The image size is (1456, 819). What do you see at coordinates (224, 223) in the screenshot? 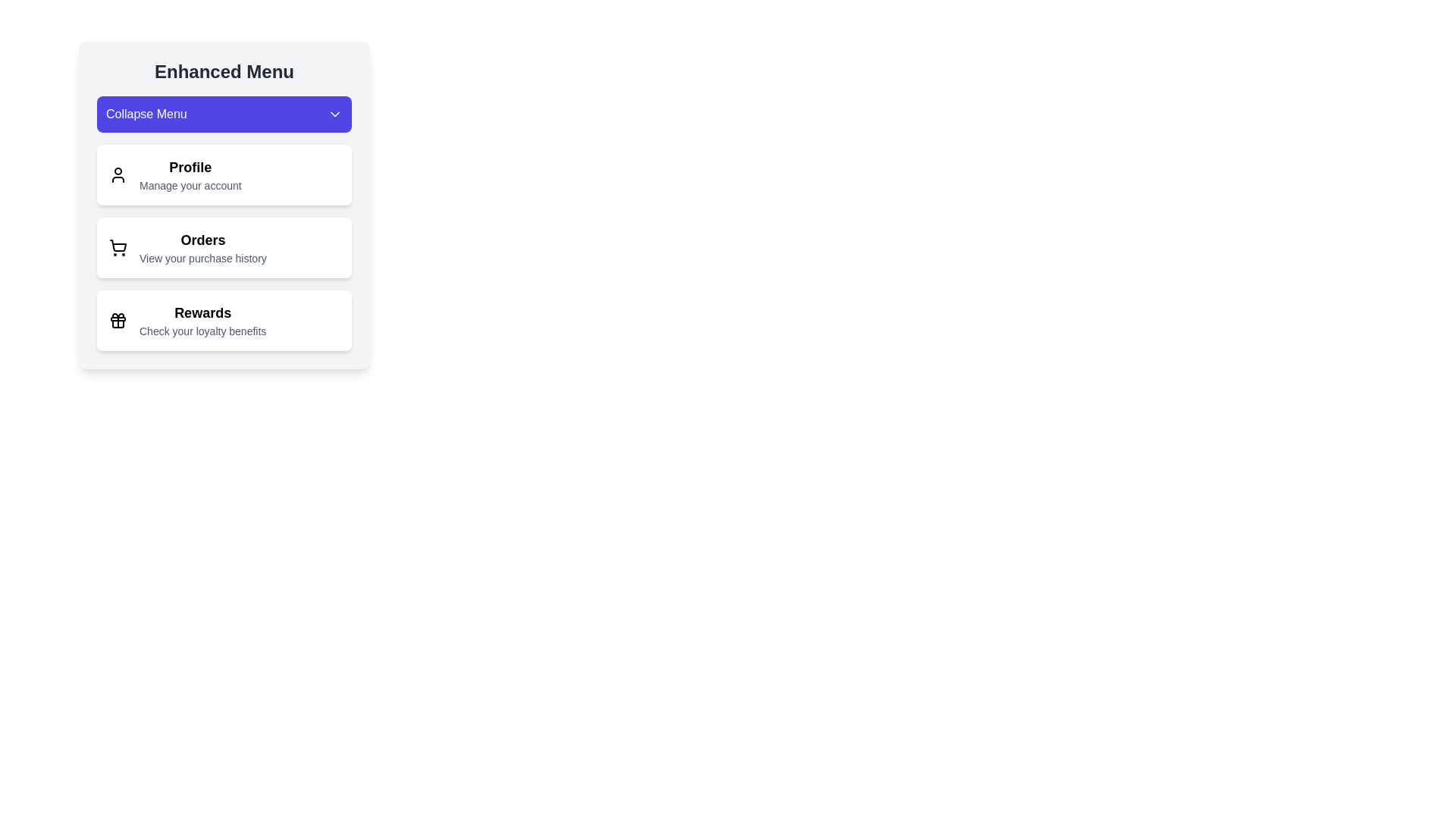
I see `the 'Orders' section in the dropdown menu titled 'Enhanced Menu'` at bounding box center [224, 223].